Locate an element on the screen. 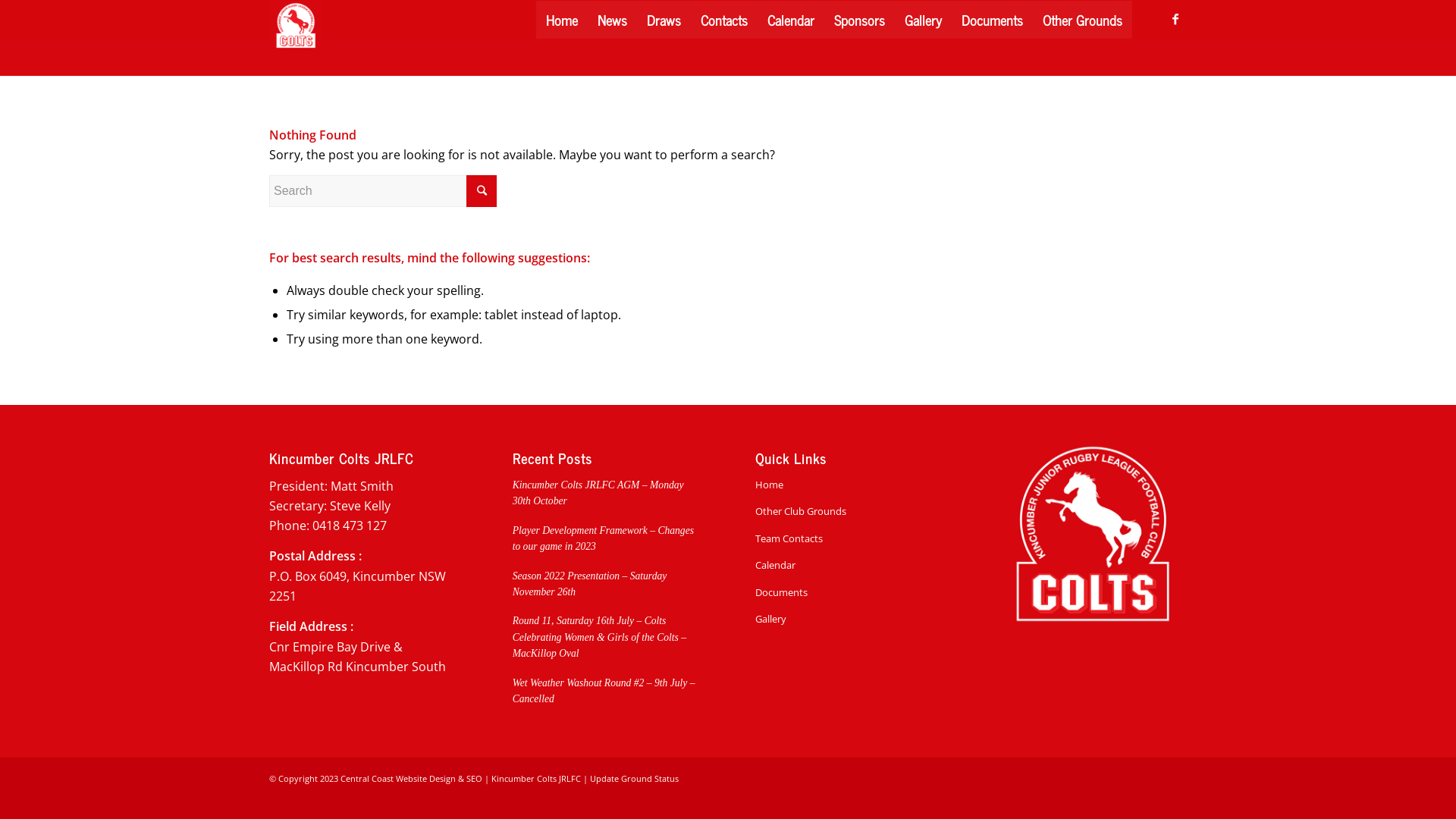 The width and height of the screenshot is (1456, 819). 'Other Grounds' is located at coordinates (1081, 20).